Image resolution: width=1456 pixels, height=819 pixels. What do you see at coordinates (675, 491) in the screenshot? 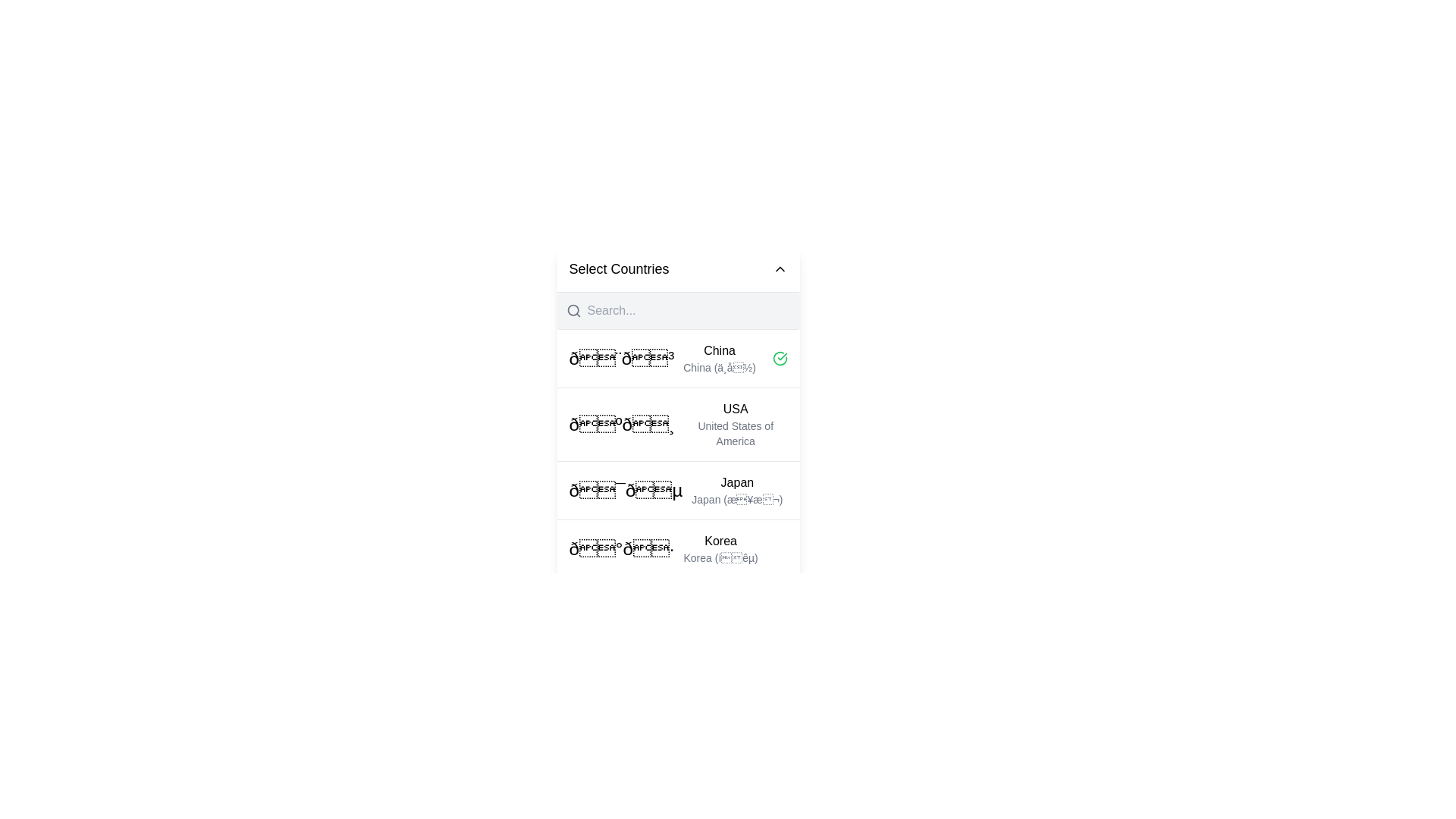
I see `the List Item representing 'Japan', which consists of an emoji flag and the text 'Japan' in English and Japanese characters` at bounding box center [675, 491].